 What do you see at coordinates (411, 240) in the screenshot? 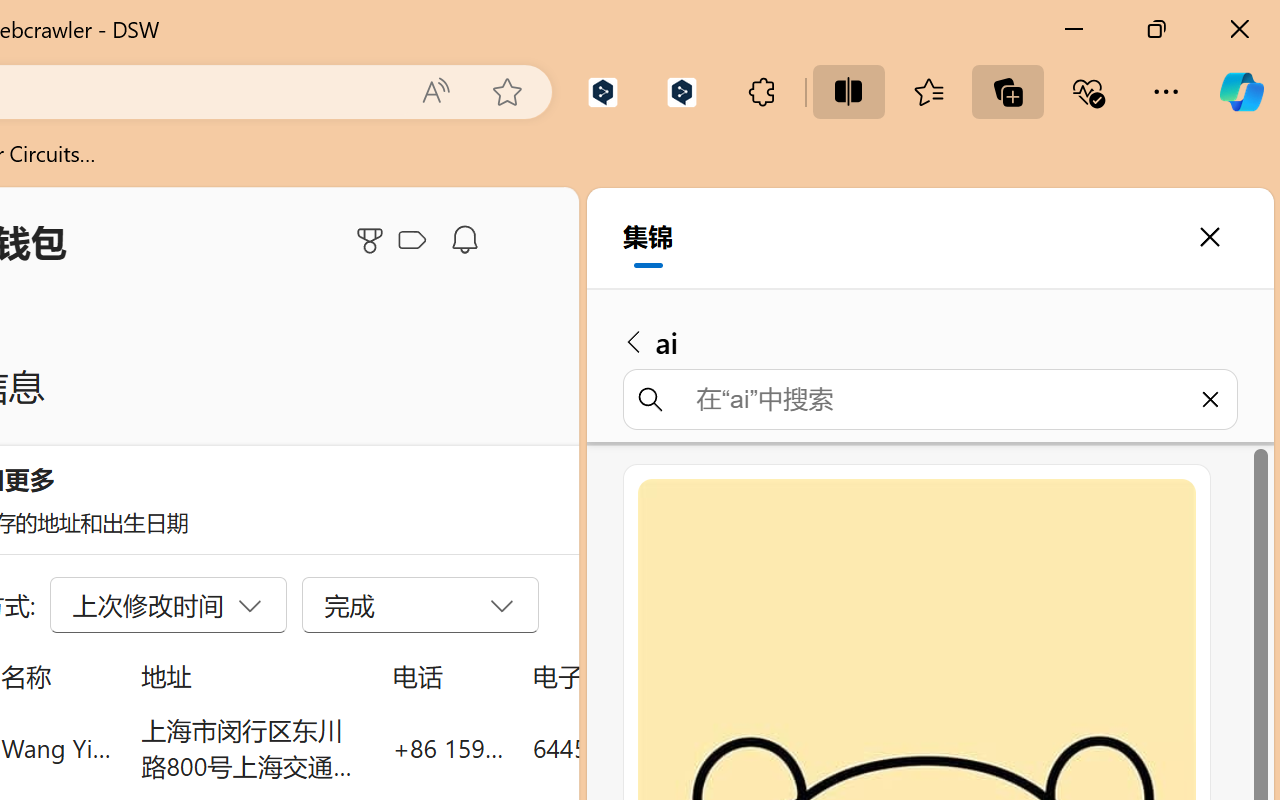
I see `'Class: ___1lmltc5 f1agt3bx f12qytpq'` at bounding box center [411, 240].